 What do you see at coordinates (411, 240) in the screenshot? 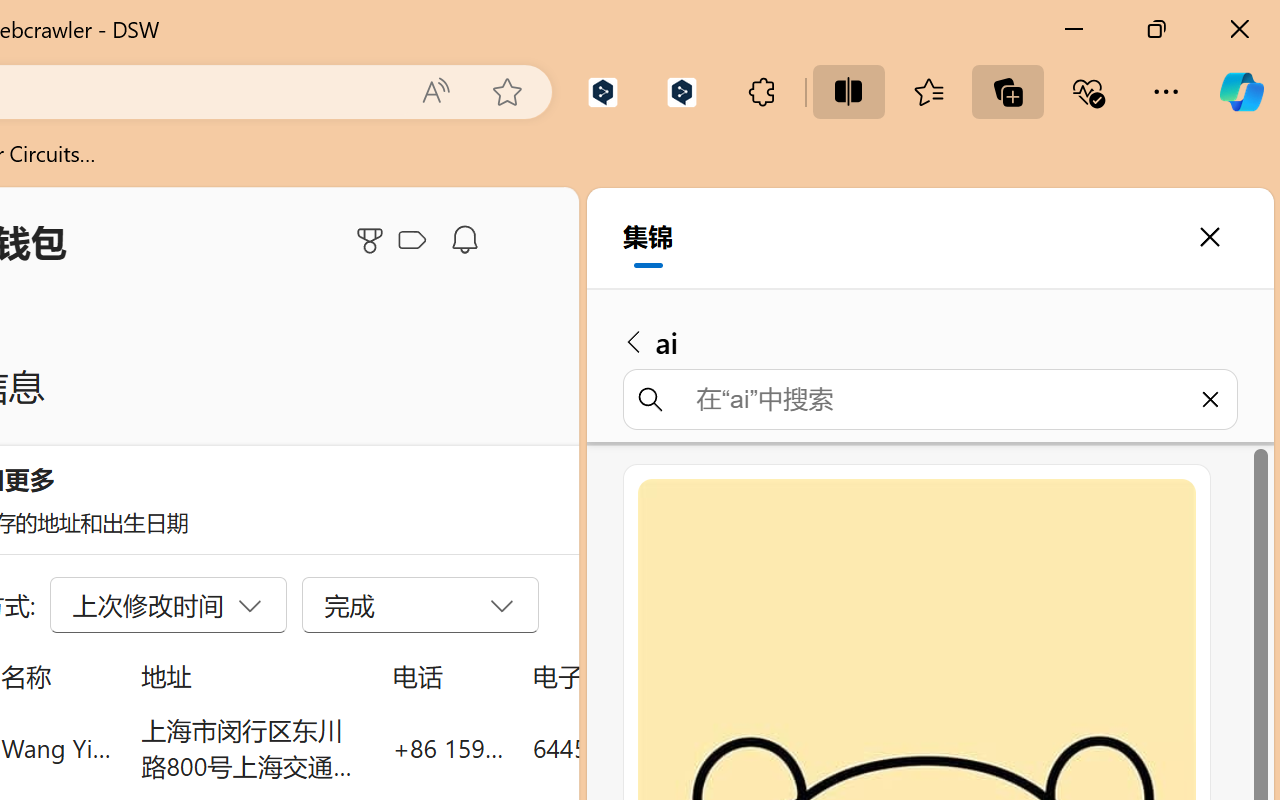
I see `'Class: ___1lmltc5 f1agt3bx f12qytpq'` at bounding box center [411, 240].